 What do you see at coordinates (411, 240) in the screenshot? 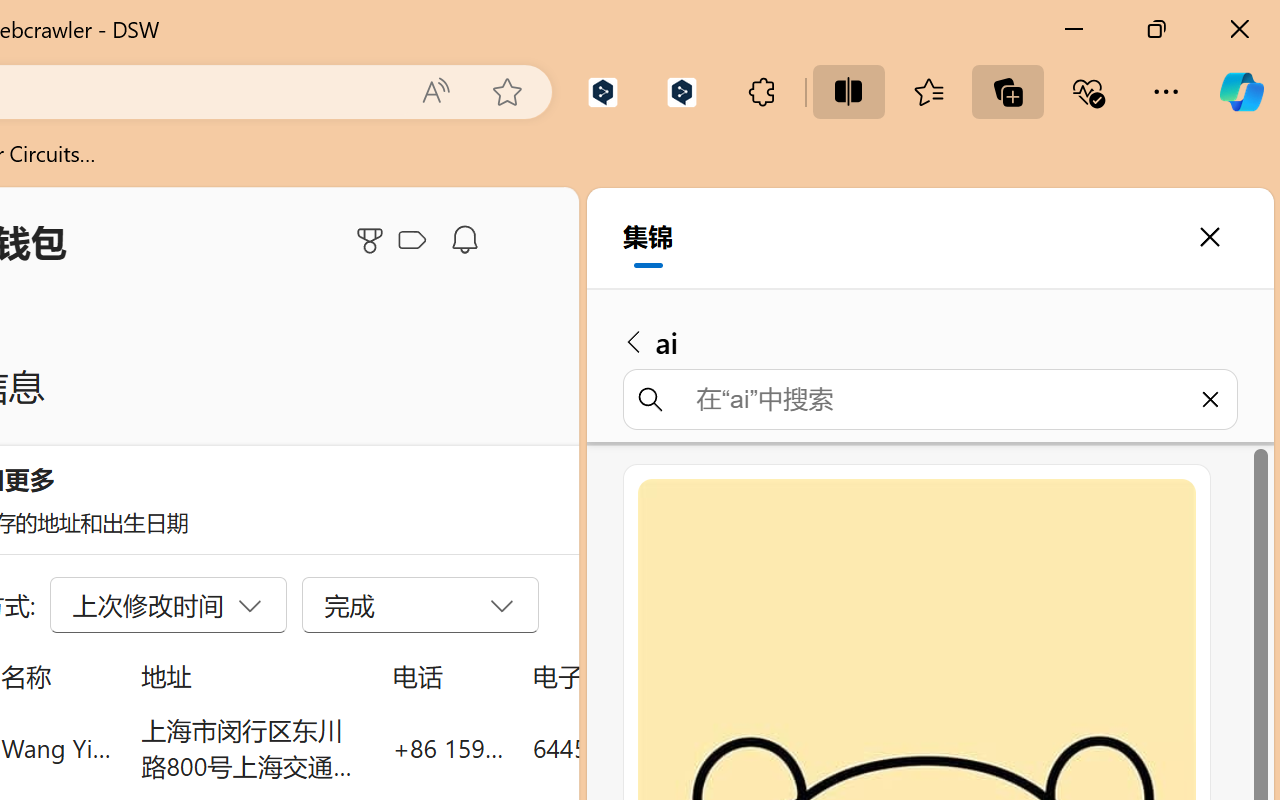
I see `'Class: ___1lmltc5 f1agt3bx f12qytpq'` at bounding box center [411, 240].